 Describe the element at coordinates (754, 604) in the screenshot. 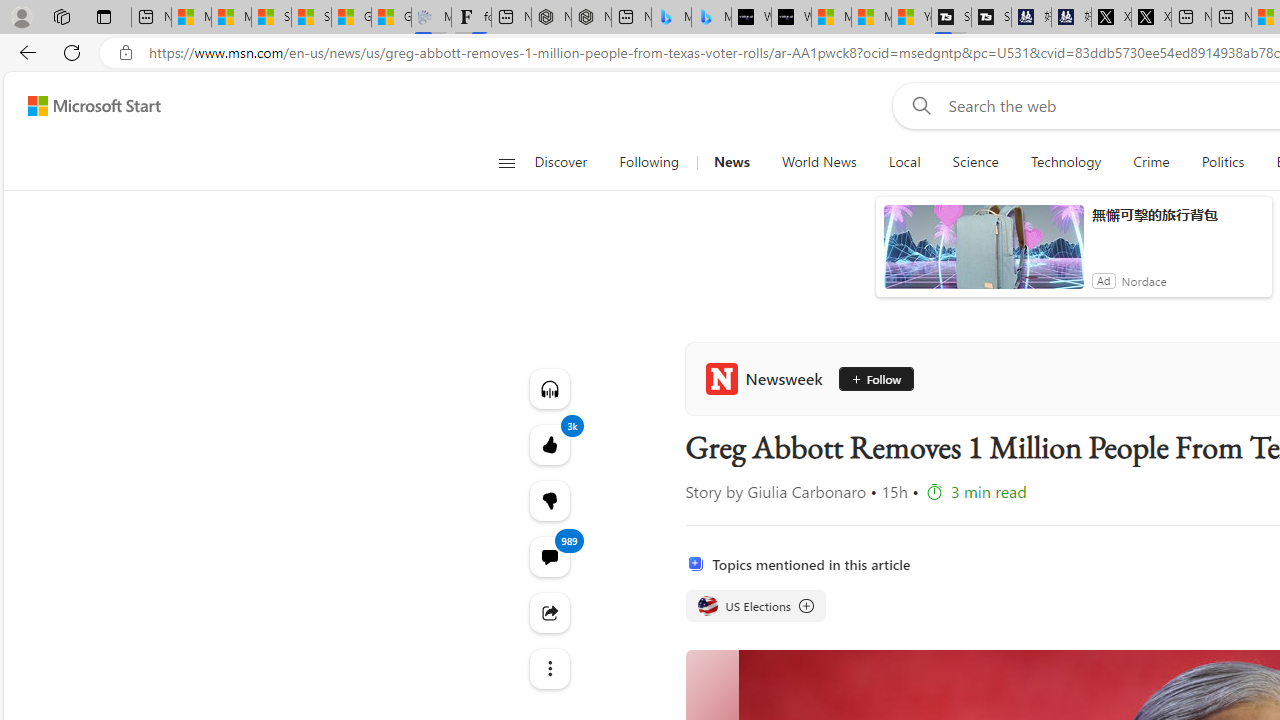

I see `'US Elections US Elections US Elections'` at that location.